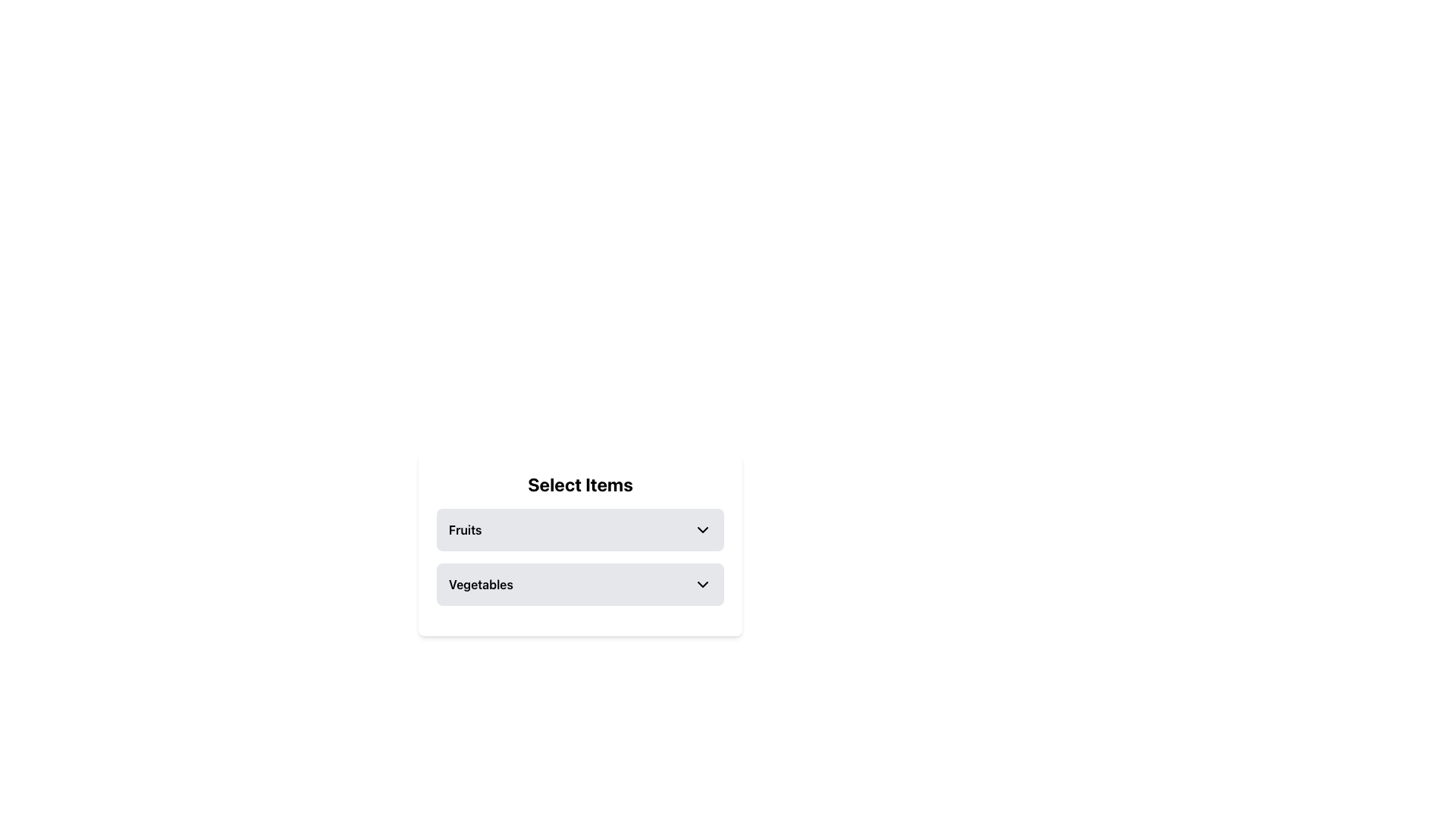  Describe the element at coordinates (480, 584) in the screenshot. I see `the 'Vegetables' text label which is bold and part of the secondary selection panel beneath 'Fruits'` at that location.